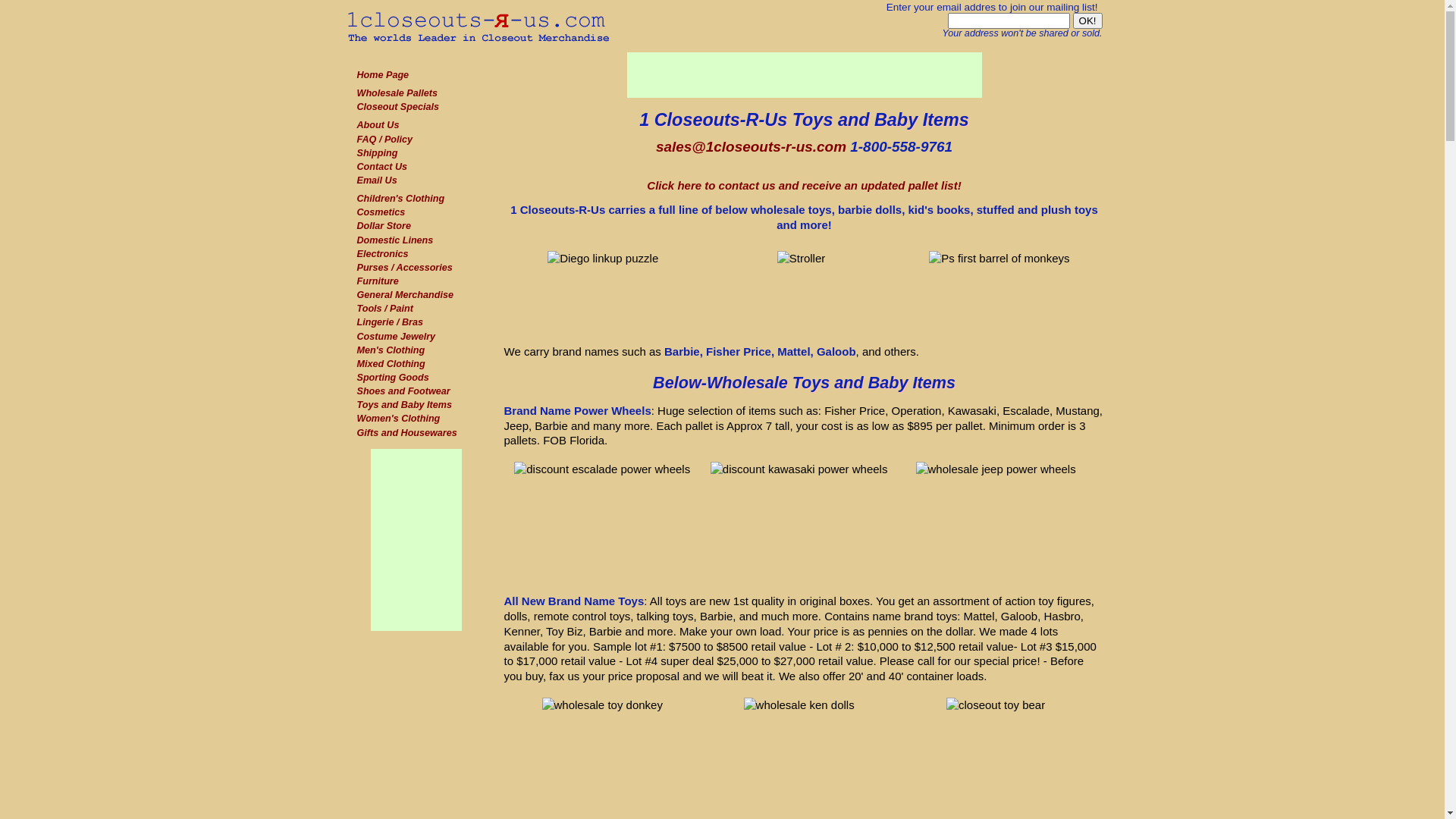 The image size is (1456, 819). What do you see at coordinates (383, 225) in the screenshot?
I see `'Dollar Store'` at bounding box center [383, 225].